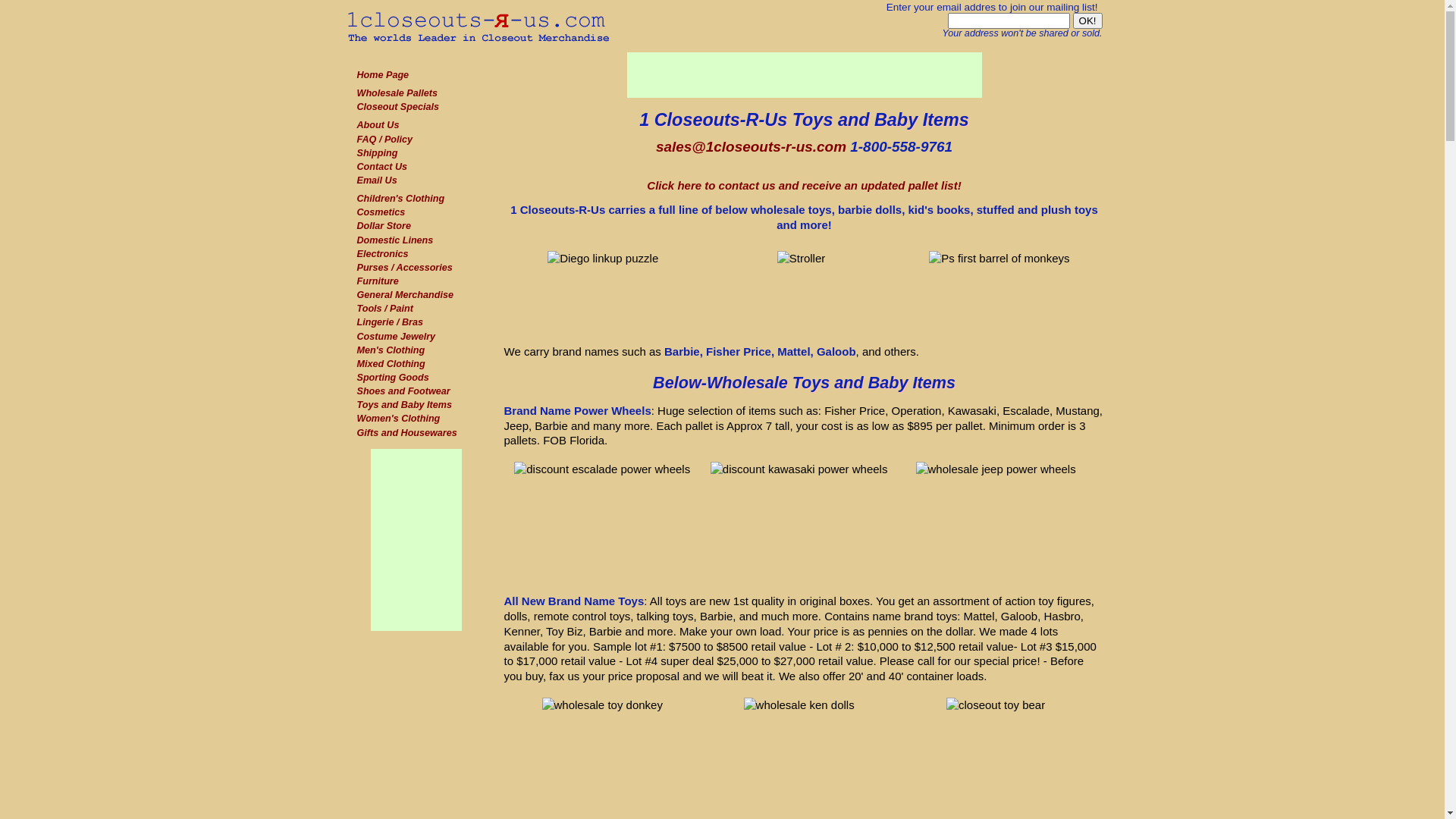 The image size is (1456, 819). What do you see at coordinates (383, 225) in the screenshot?
I see `'Dollar Store'` at bounding box center [383, 225].